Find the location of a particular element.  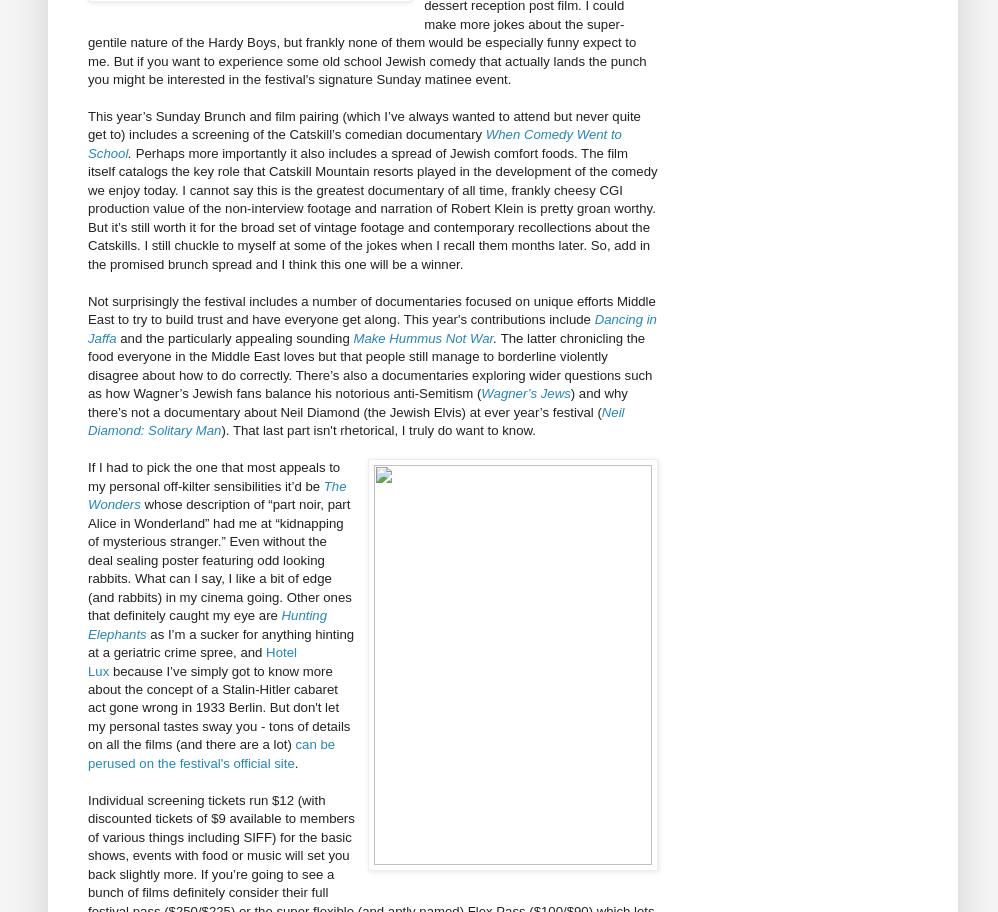

'Make Hummus Not War' is located at coordinates (422, 337).